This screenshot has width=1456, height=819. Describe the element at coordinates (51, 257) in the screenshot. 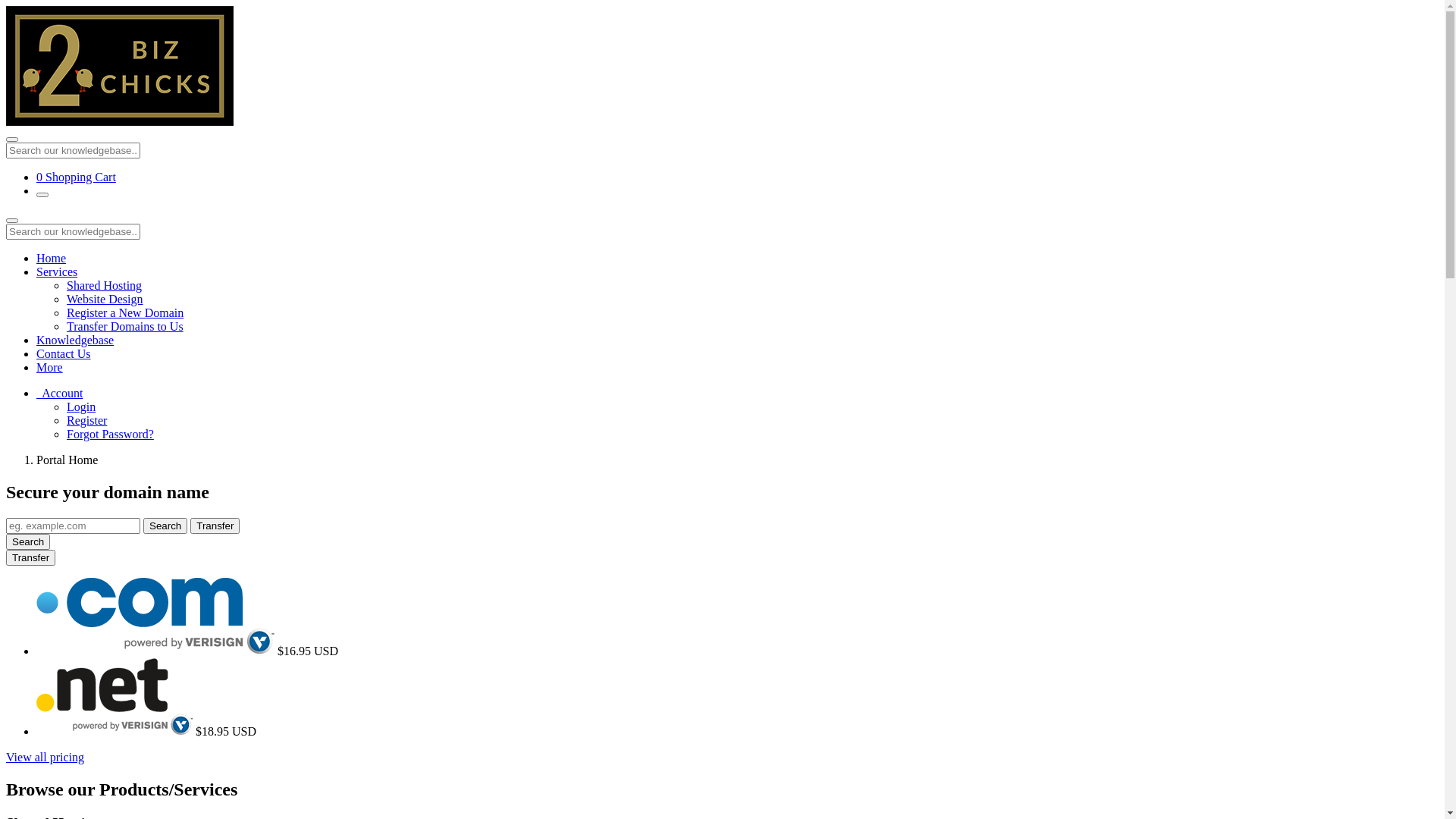

I see `'Home'` at that location.